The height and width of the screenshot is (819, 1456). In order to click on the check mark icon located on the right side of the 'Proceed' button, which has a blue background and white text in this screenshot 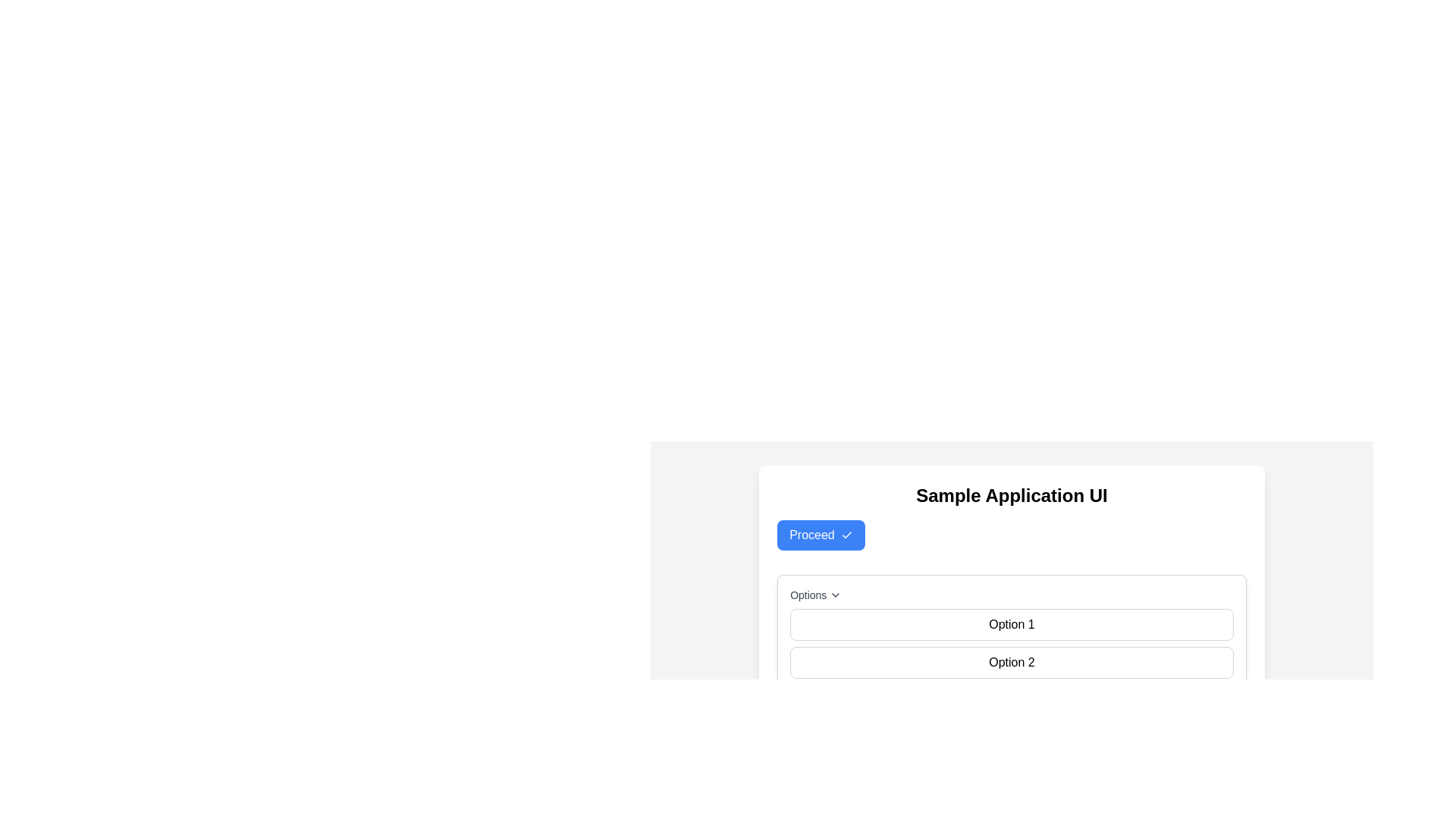, I will do `click(846, 534)`.